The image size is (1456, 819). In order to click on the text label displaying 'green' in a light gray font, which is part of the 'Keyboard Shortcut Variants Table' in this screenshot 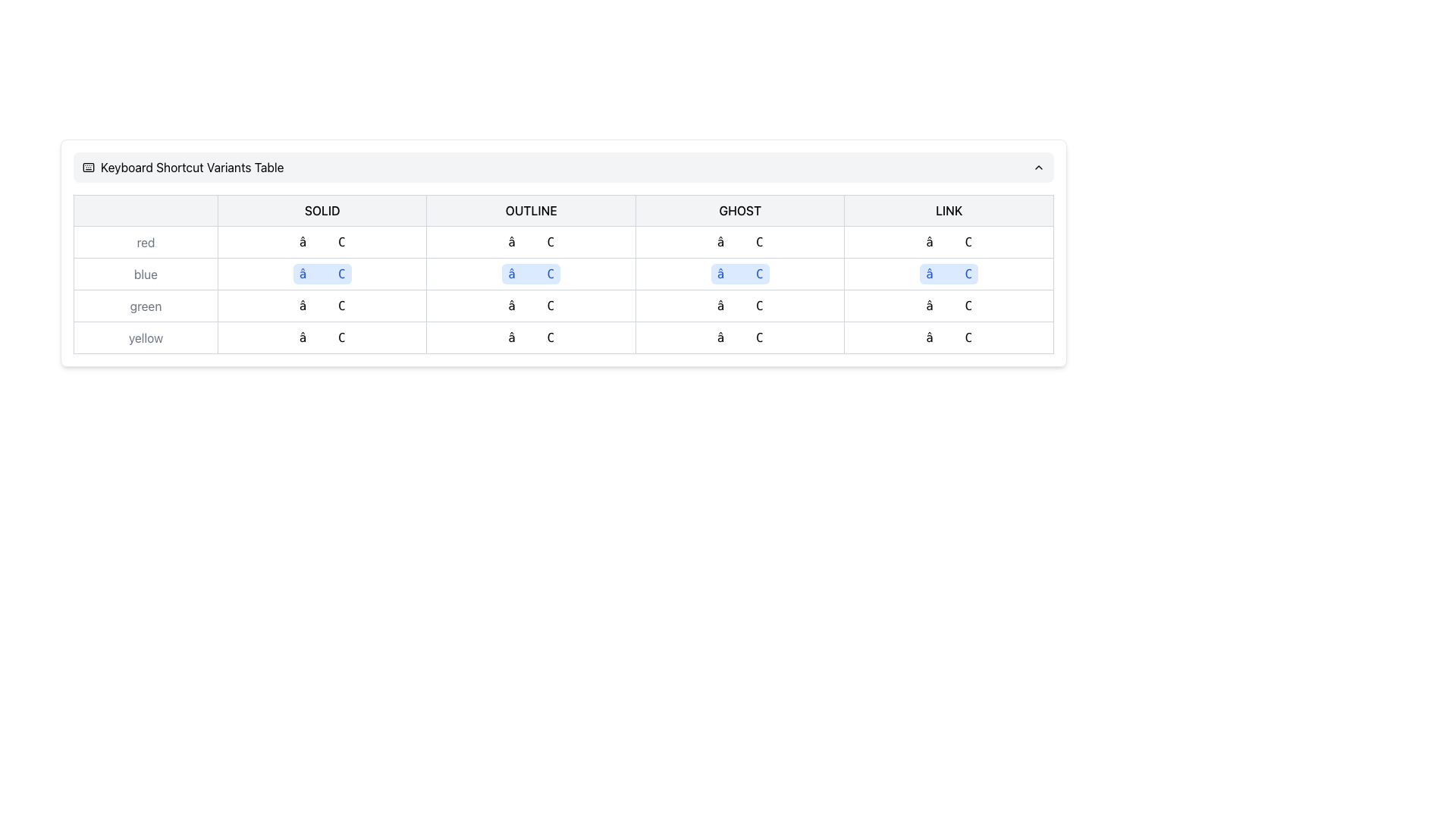, I will do `click(146, 306)`.